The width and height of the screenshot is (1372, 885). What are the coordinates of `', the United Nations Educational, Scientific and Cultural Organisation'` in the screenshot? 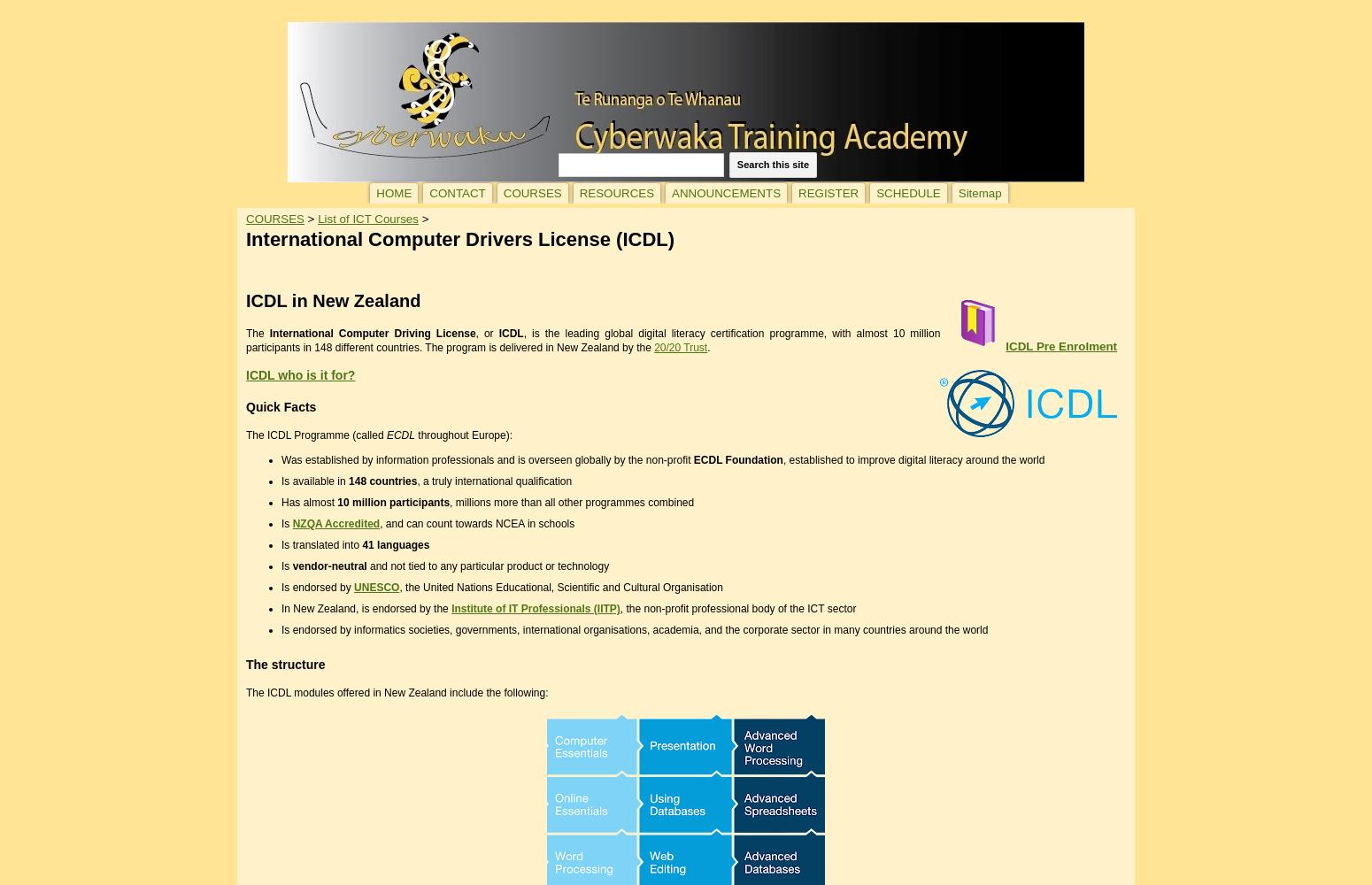 It's located at (559, 587).